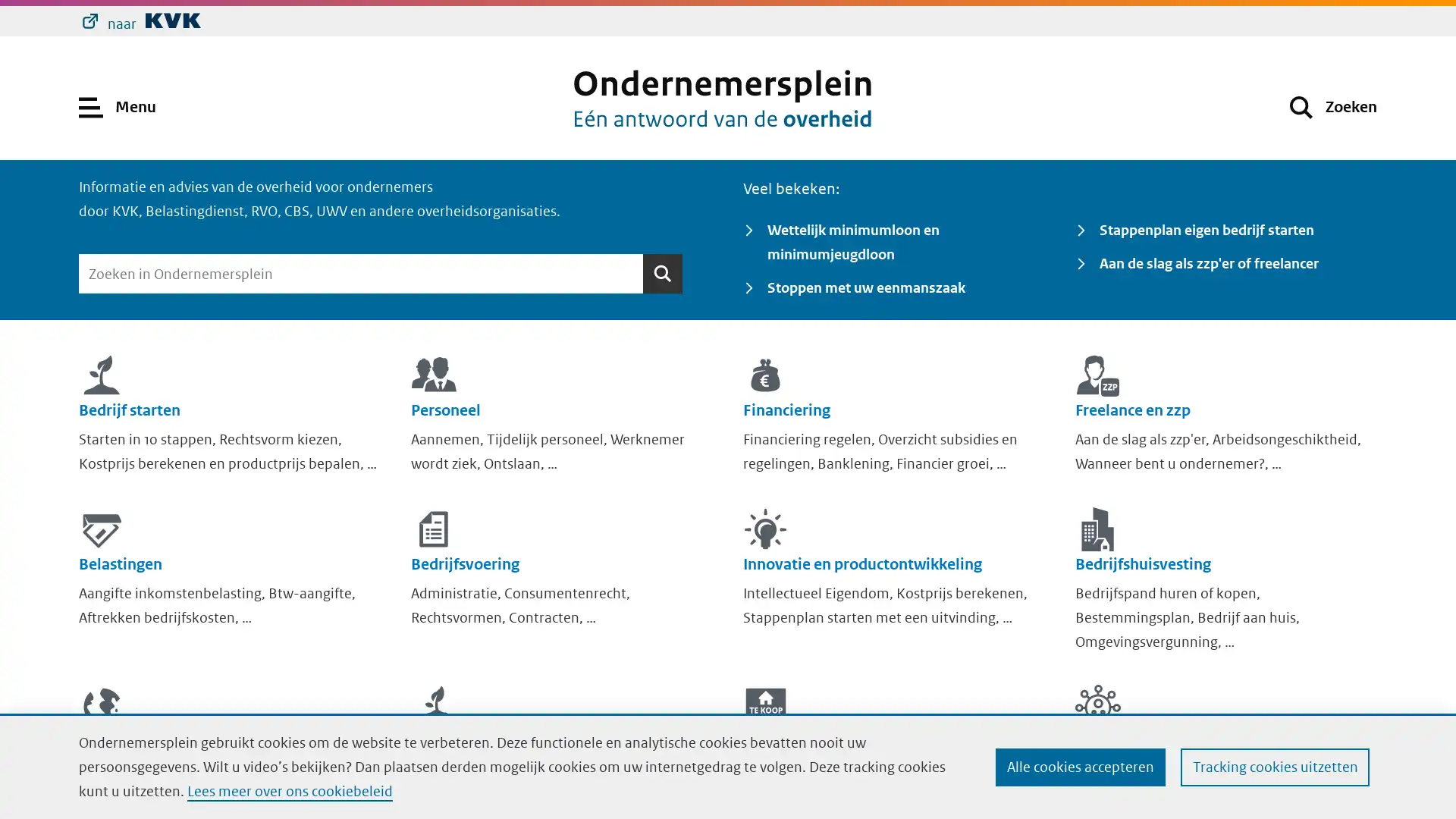 This screenshot has width=1456, height=819. I want to click on Zoeken Zoeken, so click(662, 281).